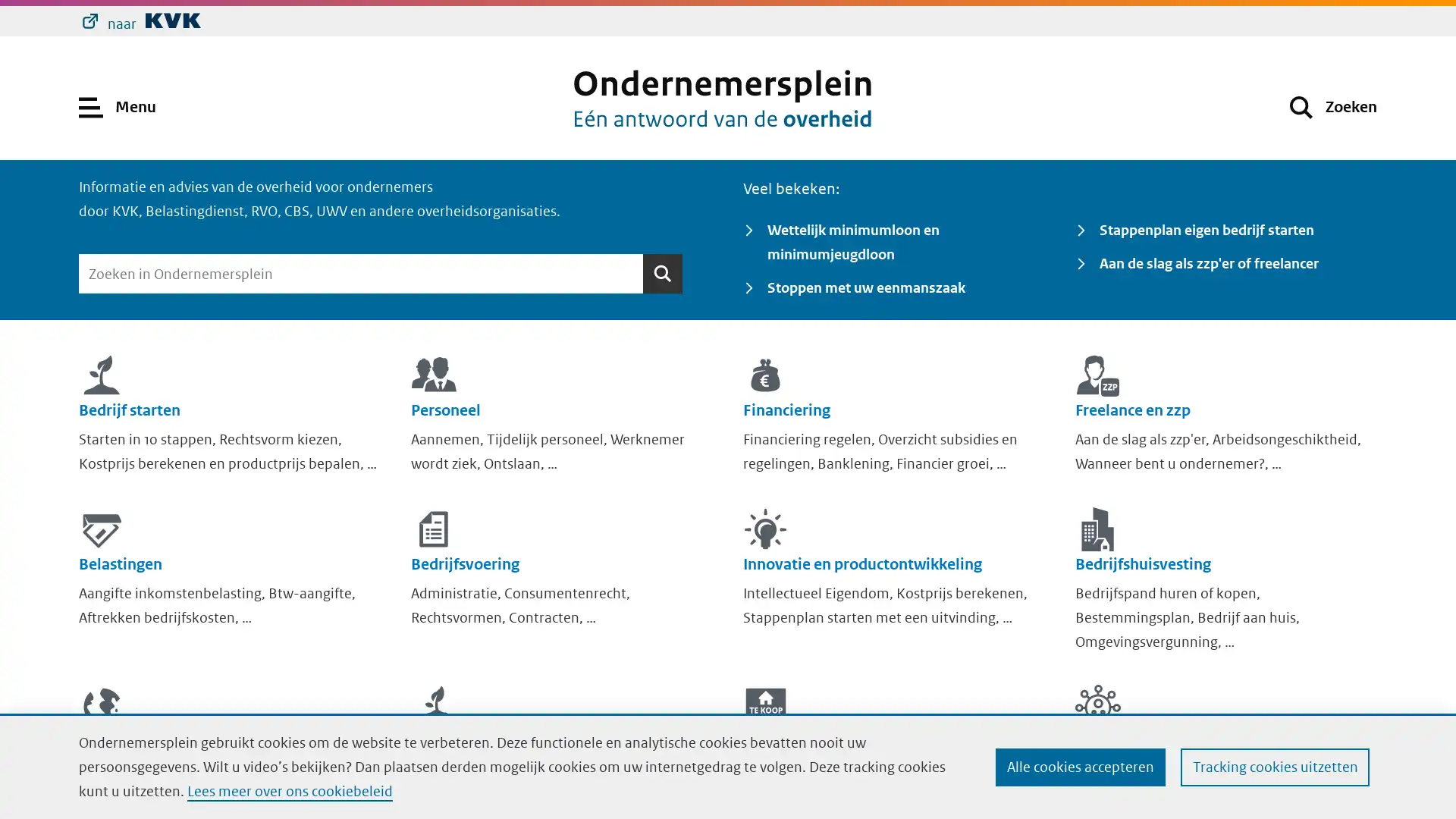 This screenshot has width=1456, height=819. I want to click on Zoeken Zoeken, so click(662, 281).